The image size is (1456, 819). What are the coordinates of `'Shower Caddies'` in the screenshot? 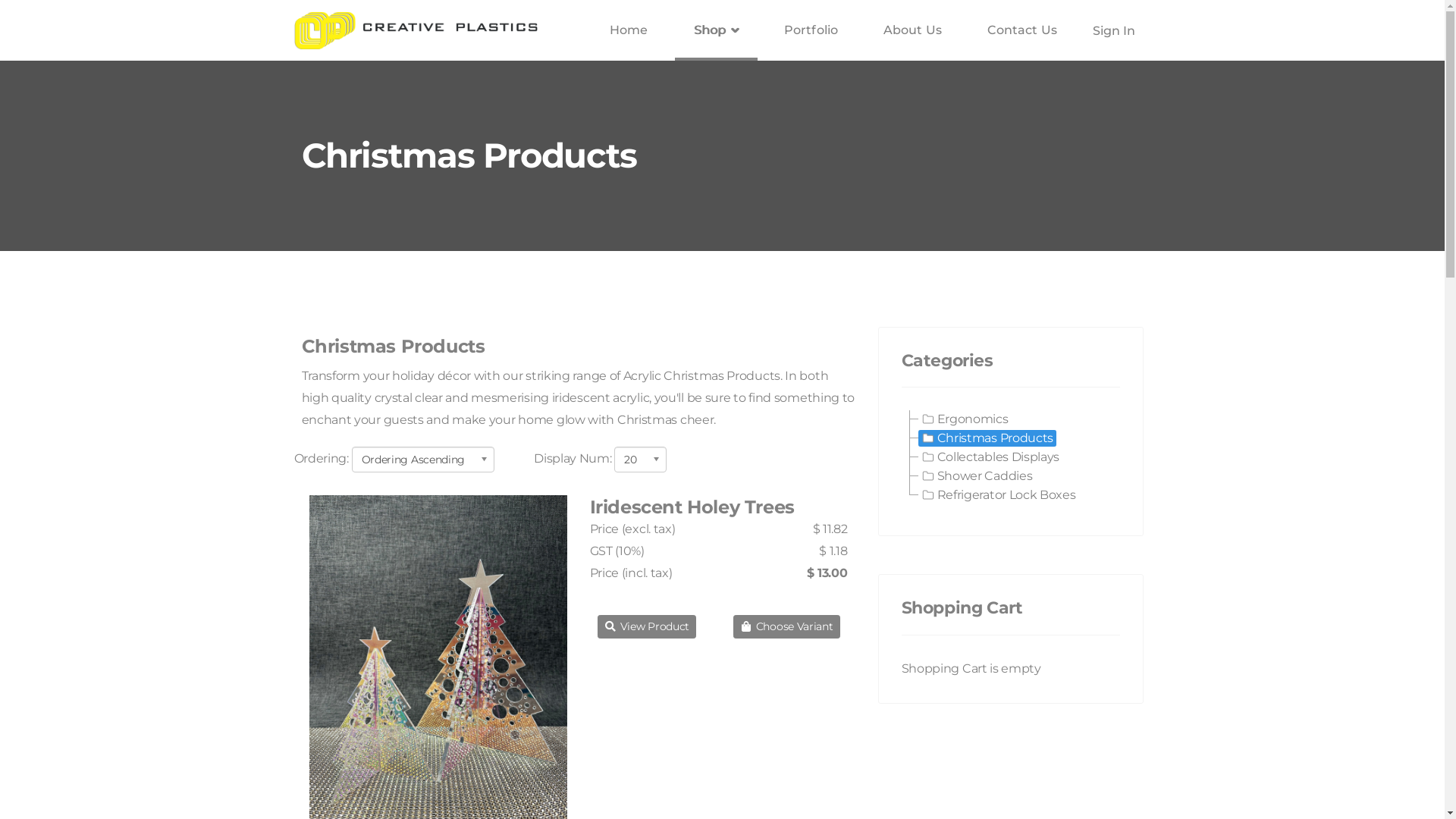 It's located at (976, 475).